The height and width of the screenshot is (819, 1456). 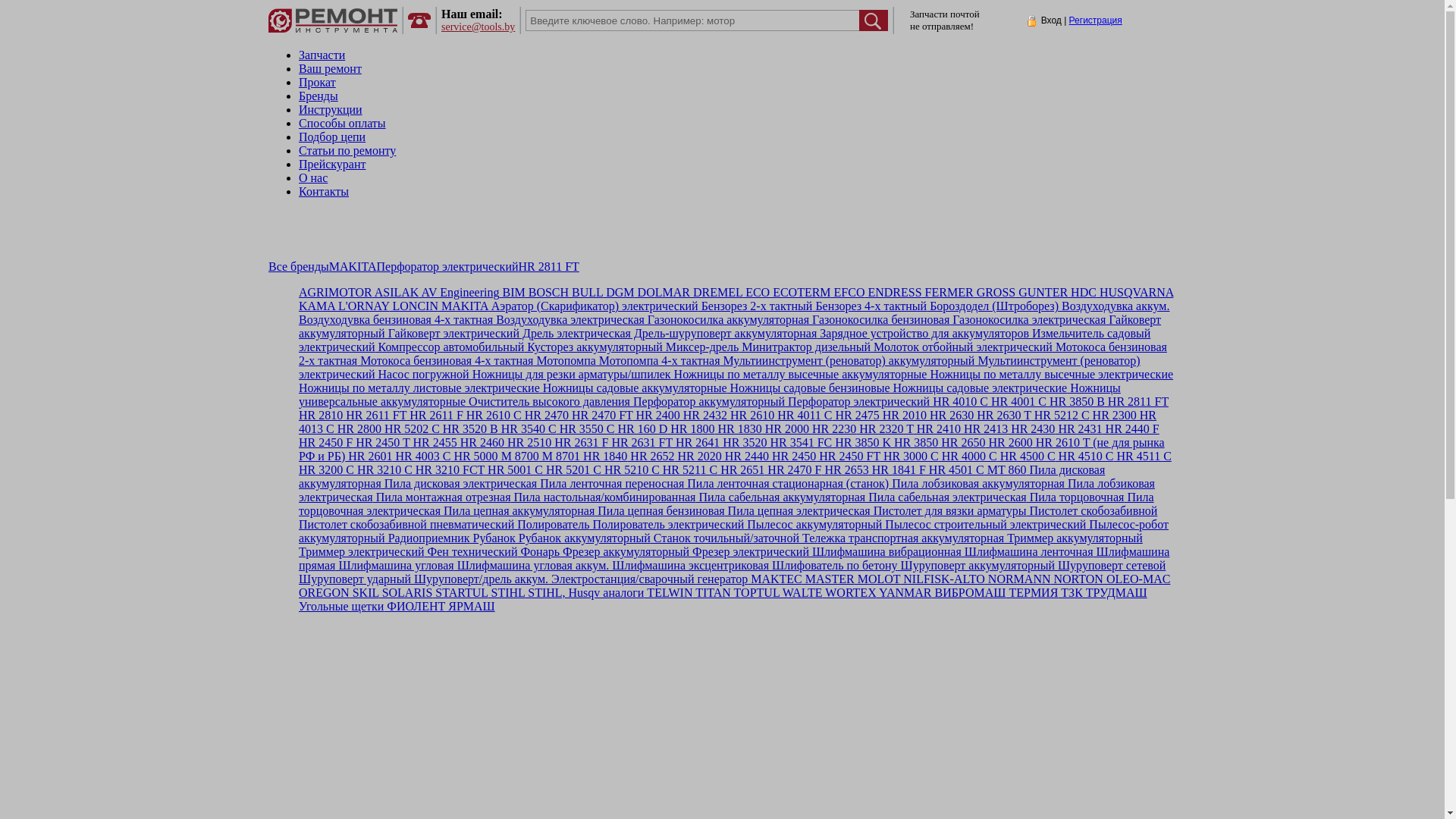 What do you see at coordinates (656, 415) in the screenshot?
I see `'HR 2400'` at bounding box center [656, 415].